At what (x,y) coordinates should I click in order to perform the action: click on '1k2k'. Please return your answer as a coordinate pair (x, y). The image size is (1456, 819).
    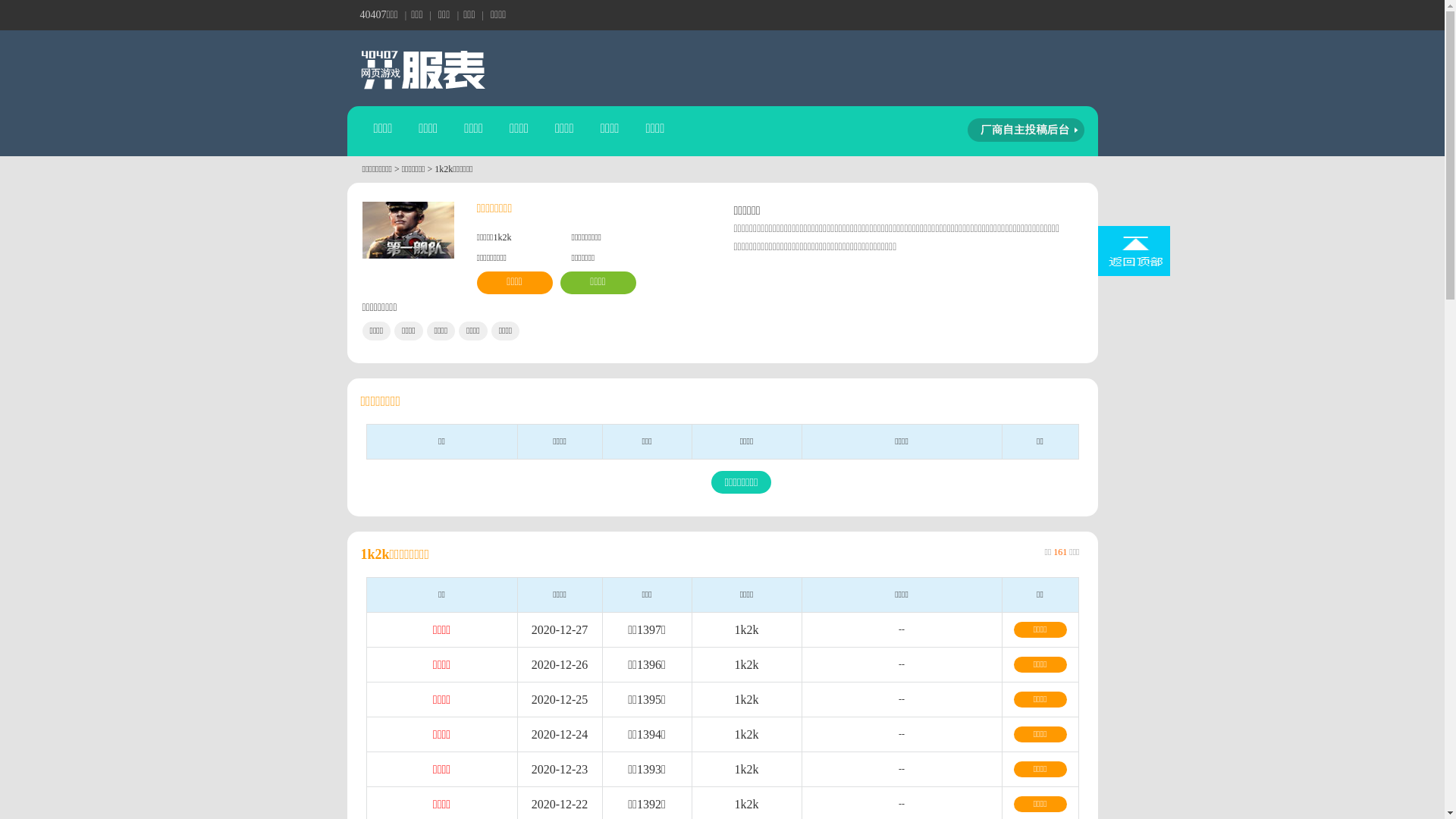
    Looking at the image, I should click on (734, 803).